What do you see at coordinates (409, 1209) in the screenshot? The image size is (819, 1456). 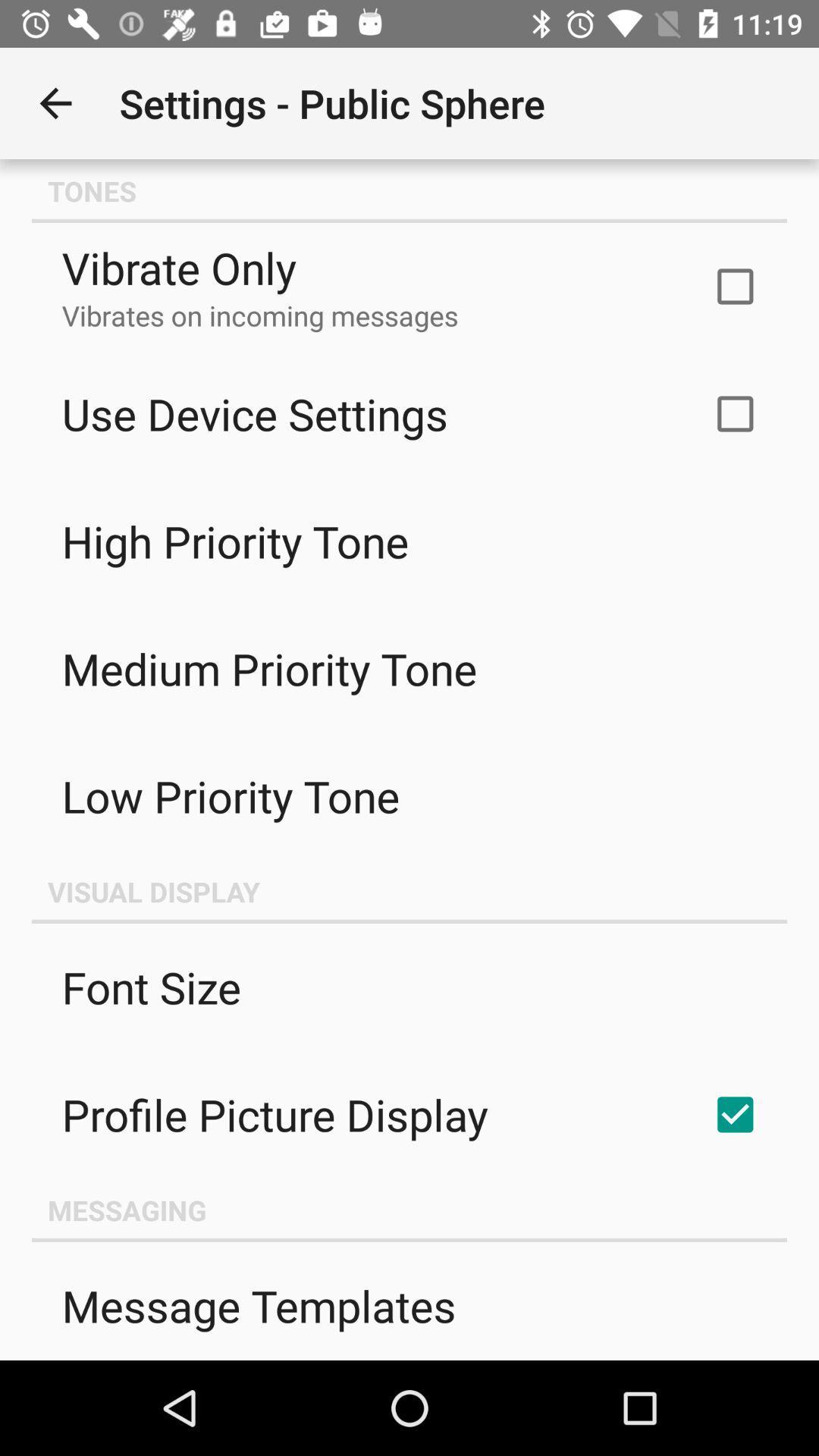 I see `icon above the message templates` at bounding box center [409, 1209].